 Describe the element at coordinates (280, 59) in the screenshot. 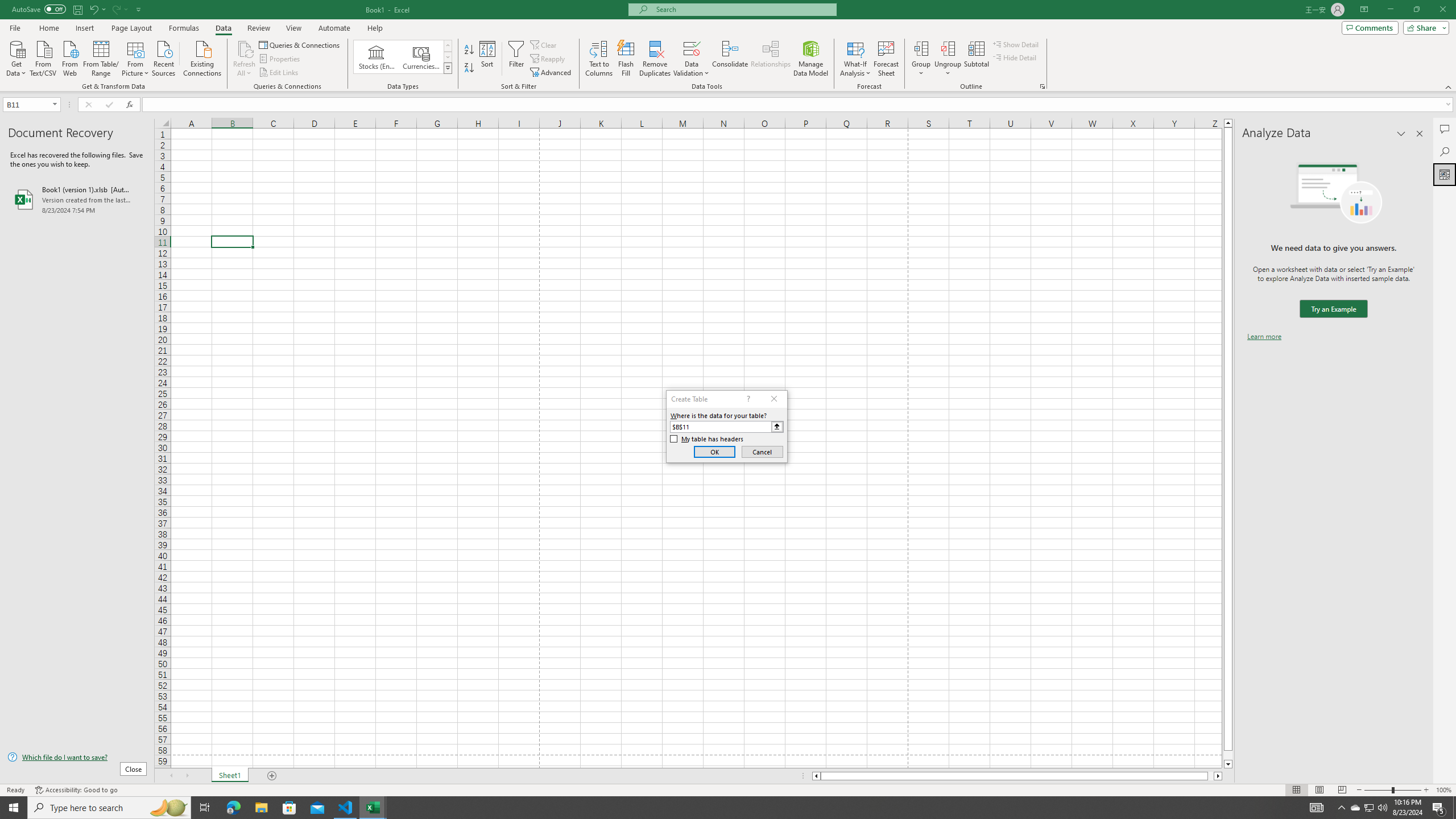

I see `'Properties'` at that location.